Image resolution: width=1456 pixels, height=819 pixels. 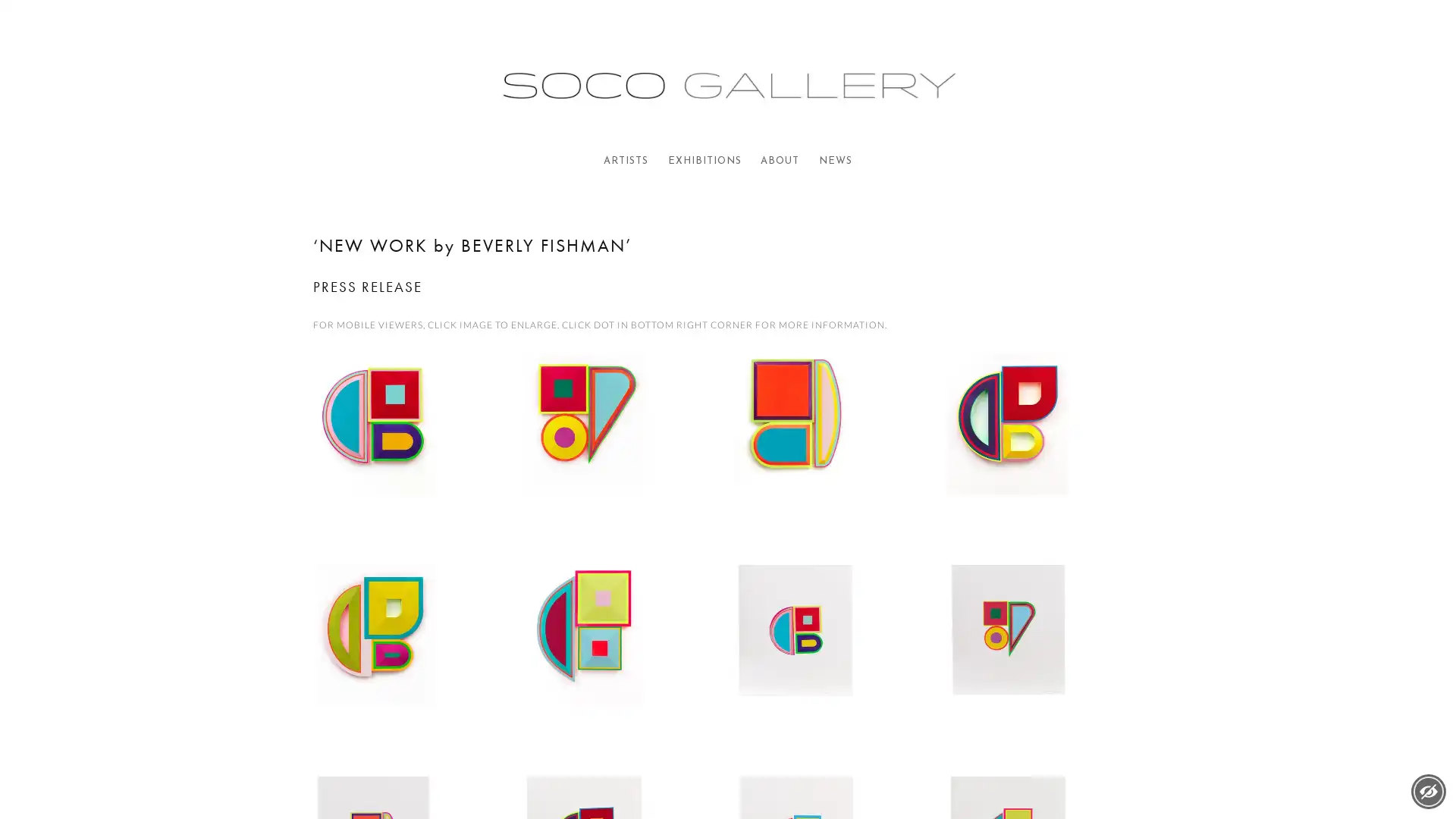 What do you see at coordinates (410, 450) in the screenshot?
I see `View fullsize BEVERLY FISHMAN Untitled (Pain, Depression, Anxiety) , 2021 Urethane paint on wood 43 x 45.75 inches INQUIRE +` at bounding box center [410, 450].